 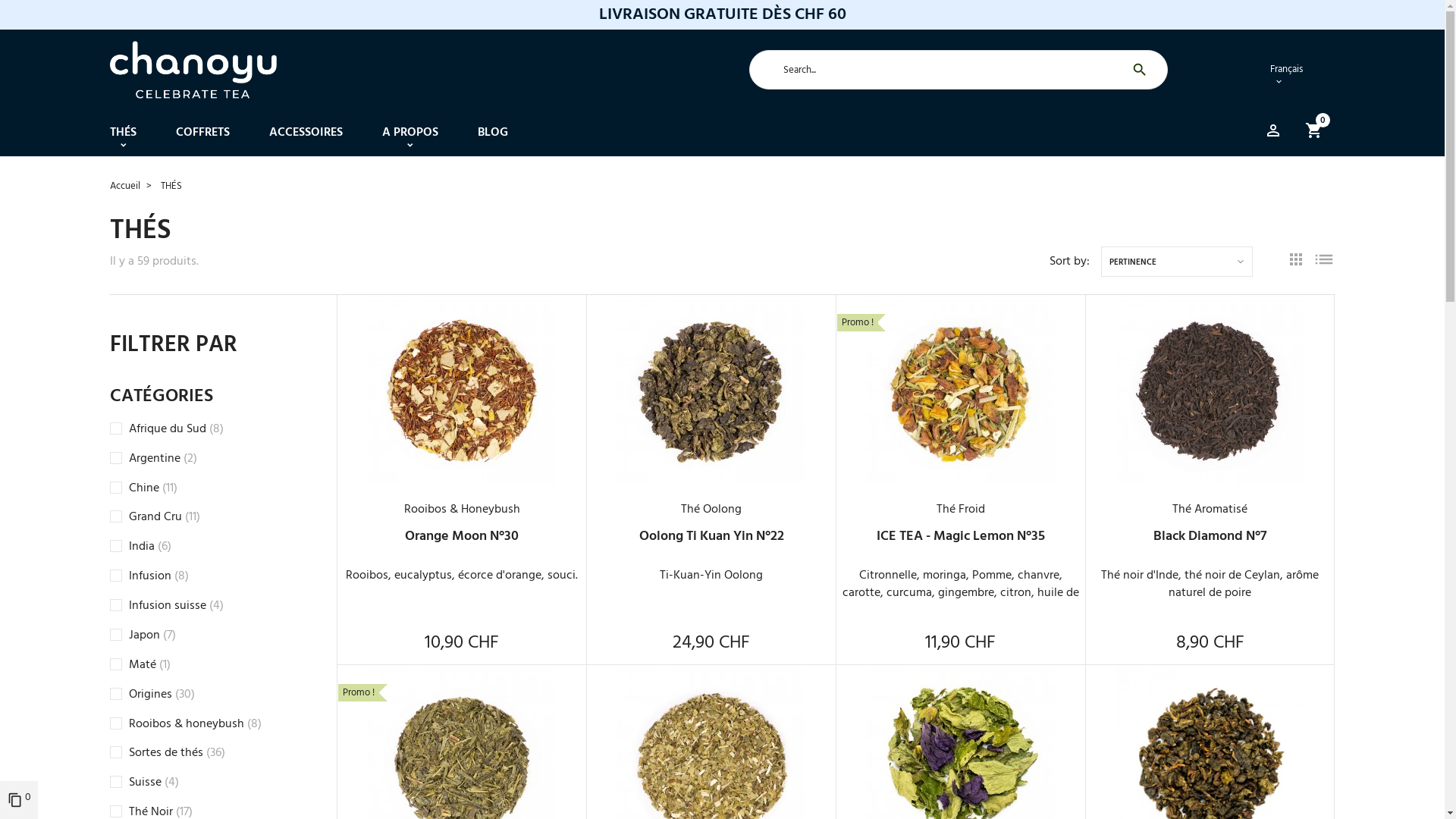 I want to click on 'Afrique du Sud (8)', so click(x=176, y=429).